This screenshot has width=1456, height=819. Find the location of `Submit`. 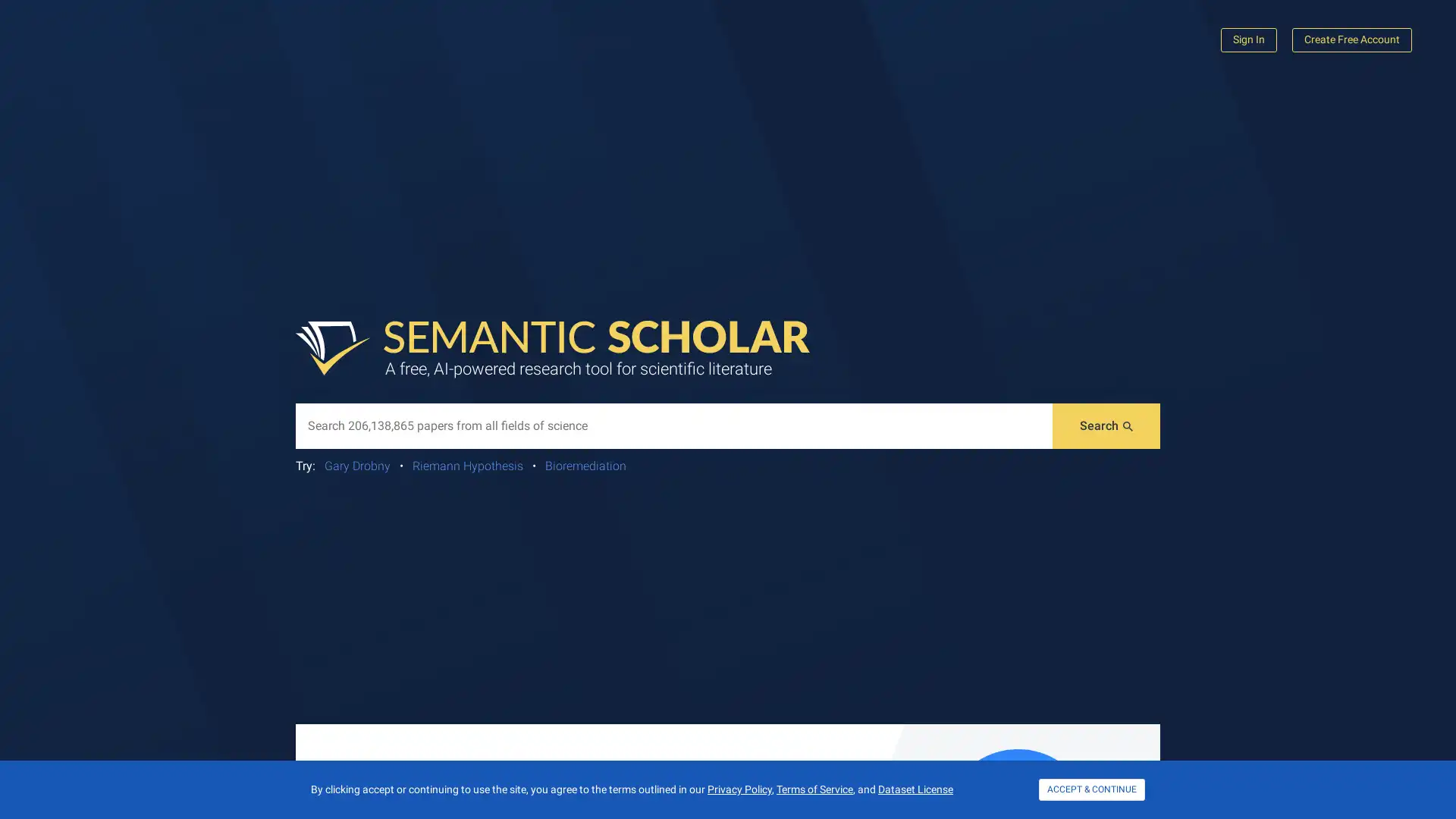

Submit is located at coordinates (1106, 426).